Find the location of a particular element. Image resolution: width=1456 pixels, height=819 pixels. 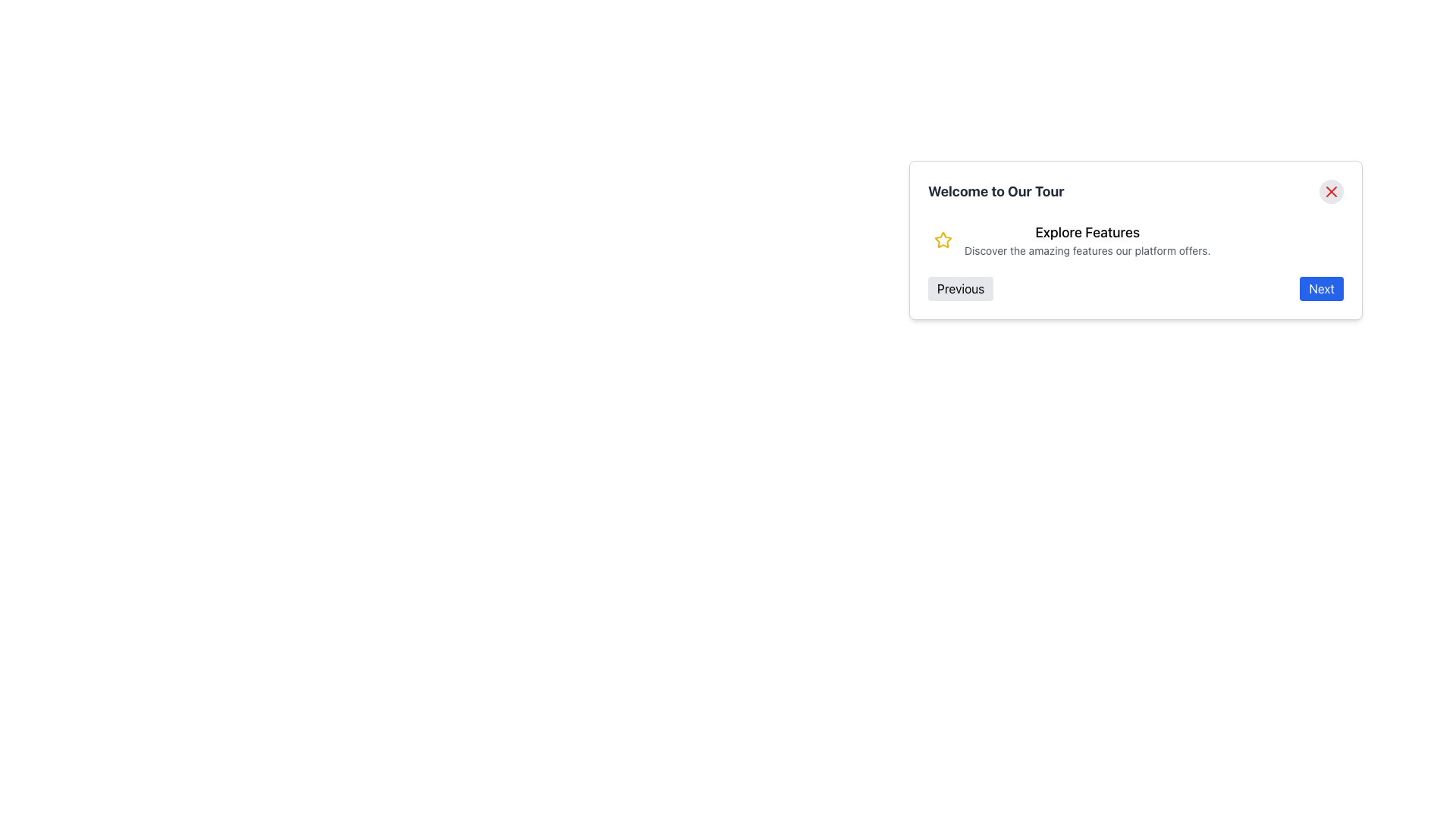

the close button located at the top-right corner of the dialog box is located at coordinates (1331, 191).